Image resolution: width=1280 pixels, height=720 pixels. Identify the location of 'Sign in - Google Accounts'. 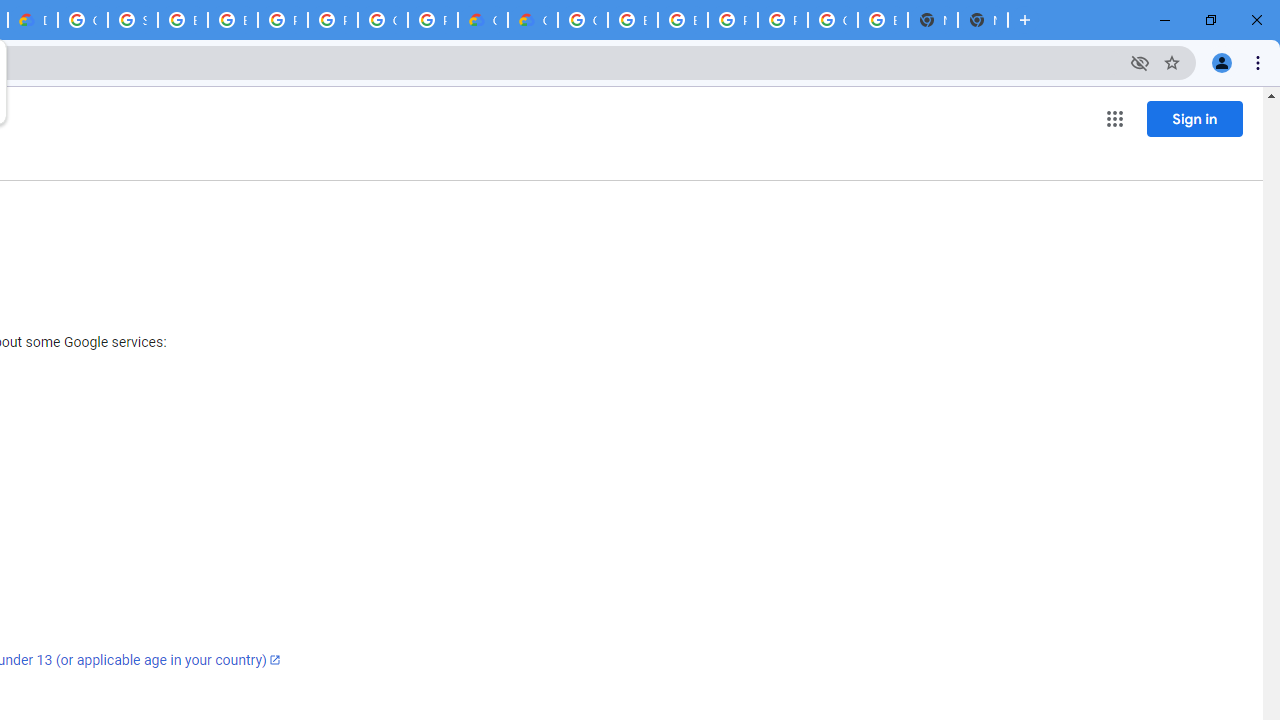
(131, 20).